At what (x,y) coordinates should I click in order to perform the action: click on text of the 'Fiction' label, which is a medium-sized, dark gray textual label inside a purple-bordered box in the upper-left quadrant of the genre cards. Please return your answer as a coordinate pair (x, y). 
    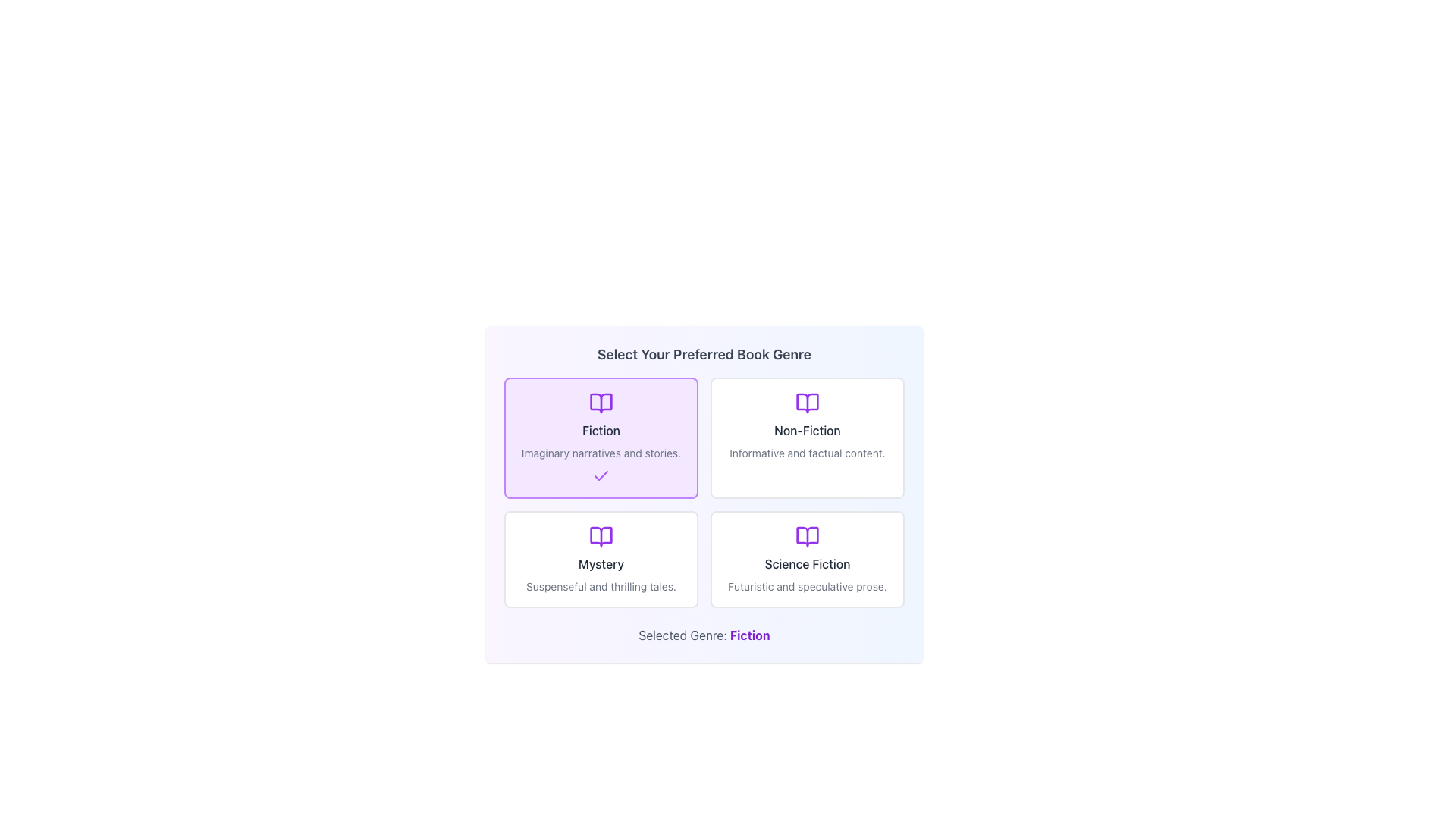
    Looking at the image, I should click on (600, 430).